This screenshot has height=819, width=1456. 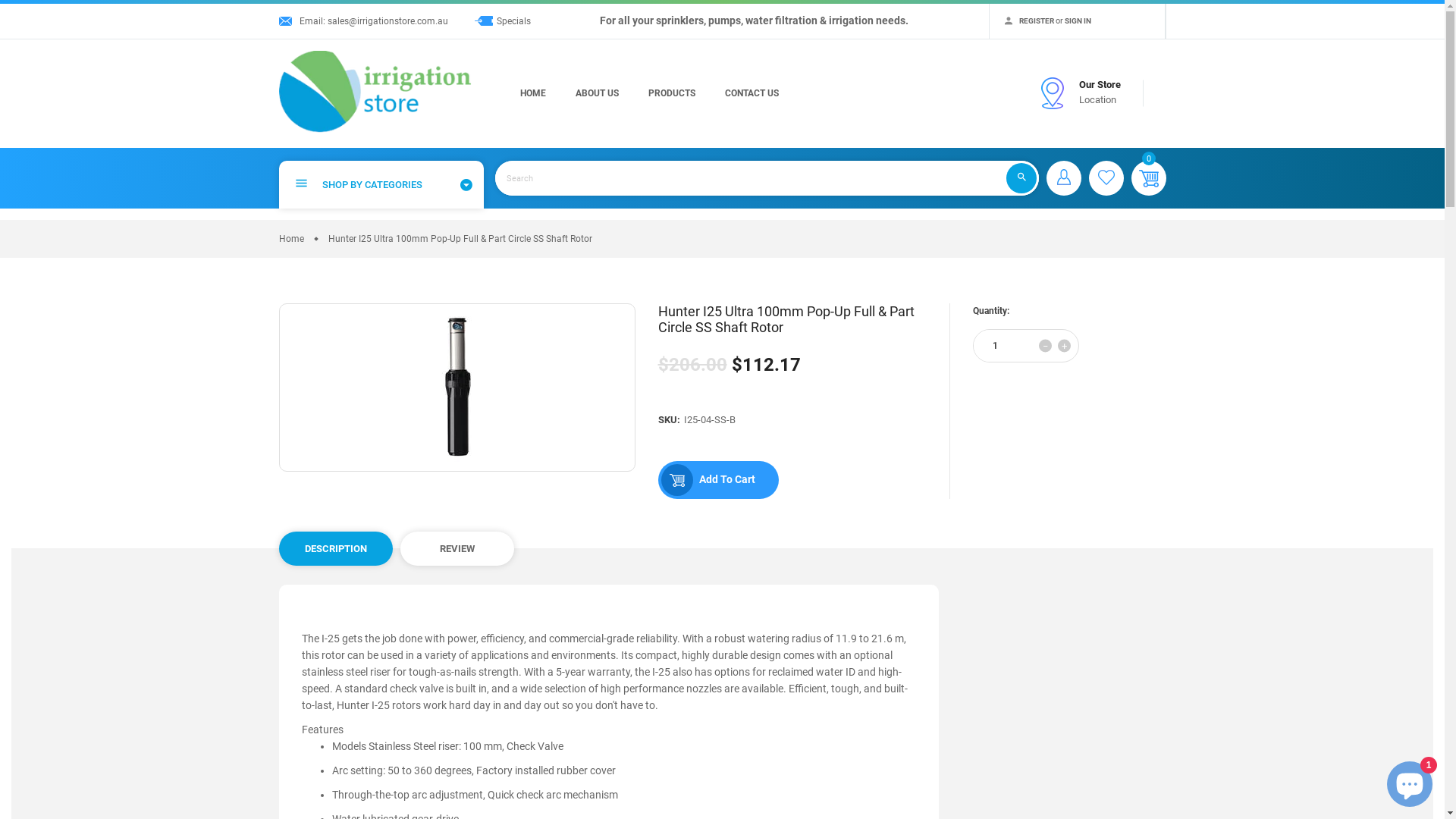 What do you see at coordinates (595, 93) in the screenshot?
I see `'ABOUT US'` at bounding box center [595, 93].